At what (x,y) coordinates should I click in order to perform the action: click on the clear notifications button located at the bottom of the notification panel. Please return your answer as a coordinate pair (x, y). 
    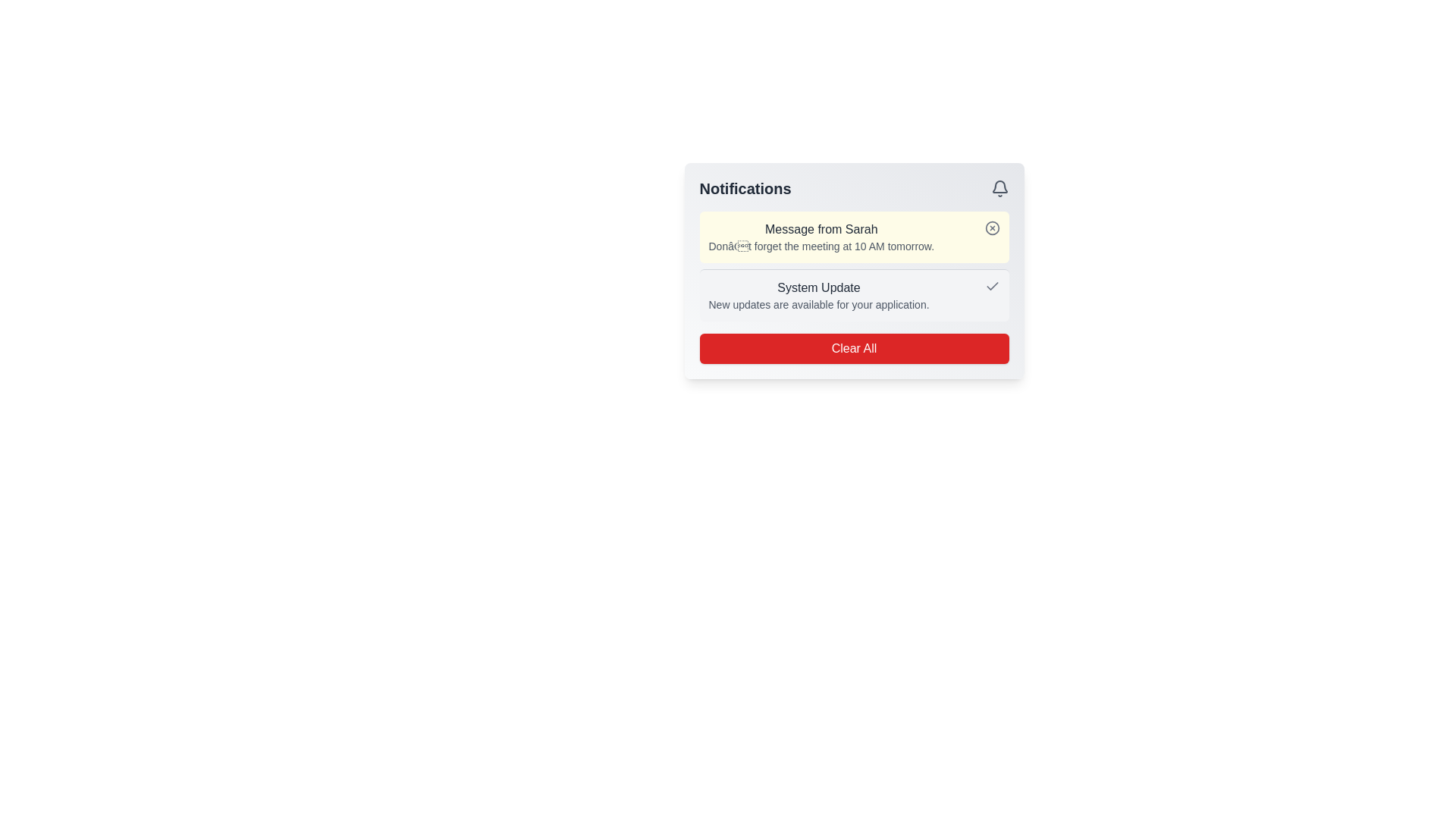
    Looking at the image, I should click on (854, 348).